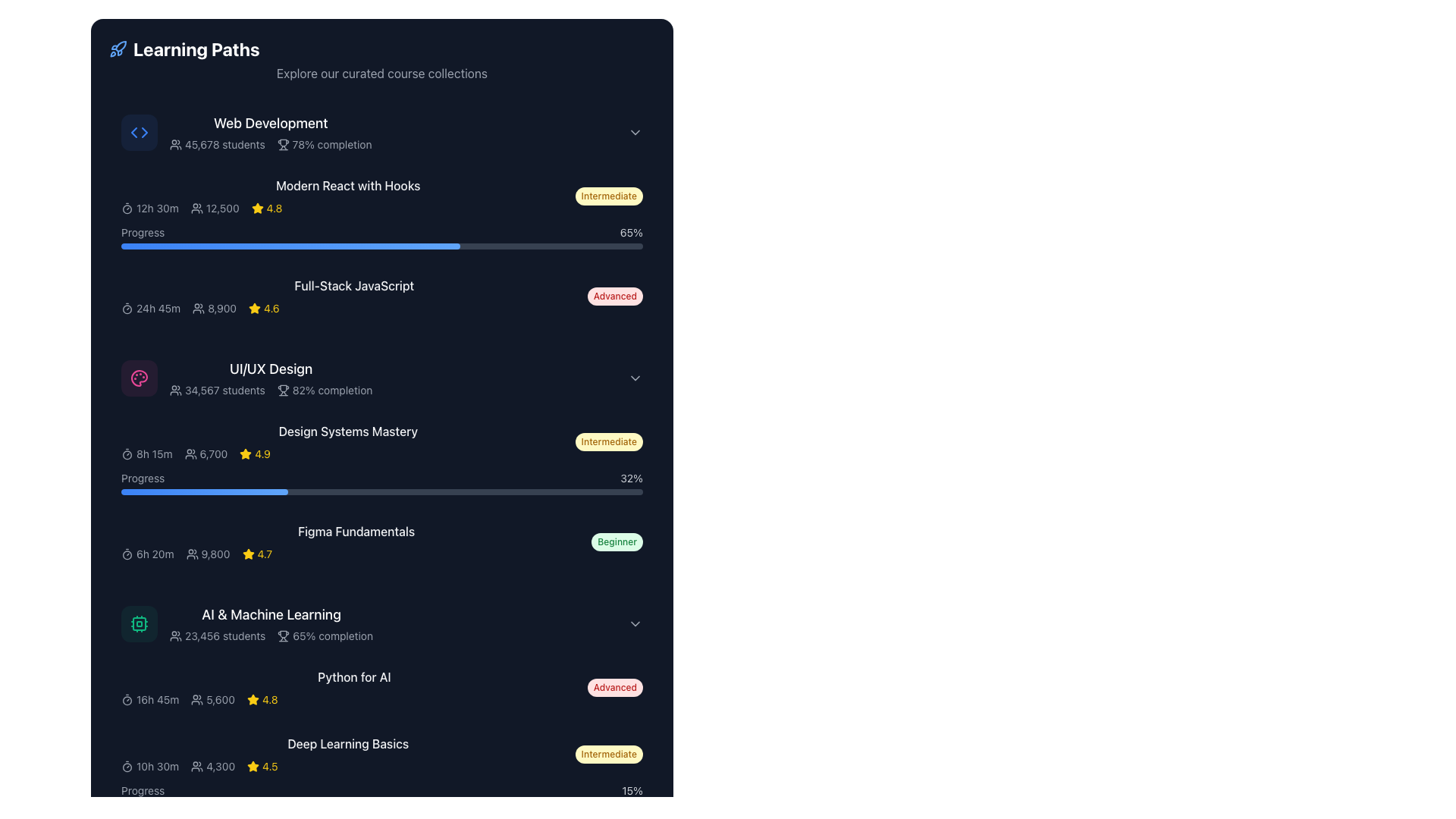 The width and height of the screenshot is (1456, 819). Describe the element at coordinates (246, 245) in the screenshot. I see `the progress bar` at that location.